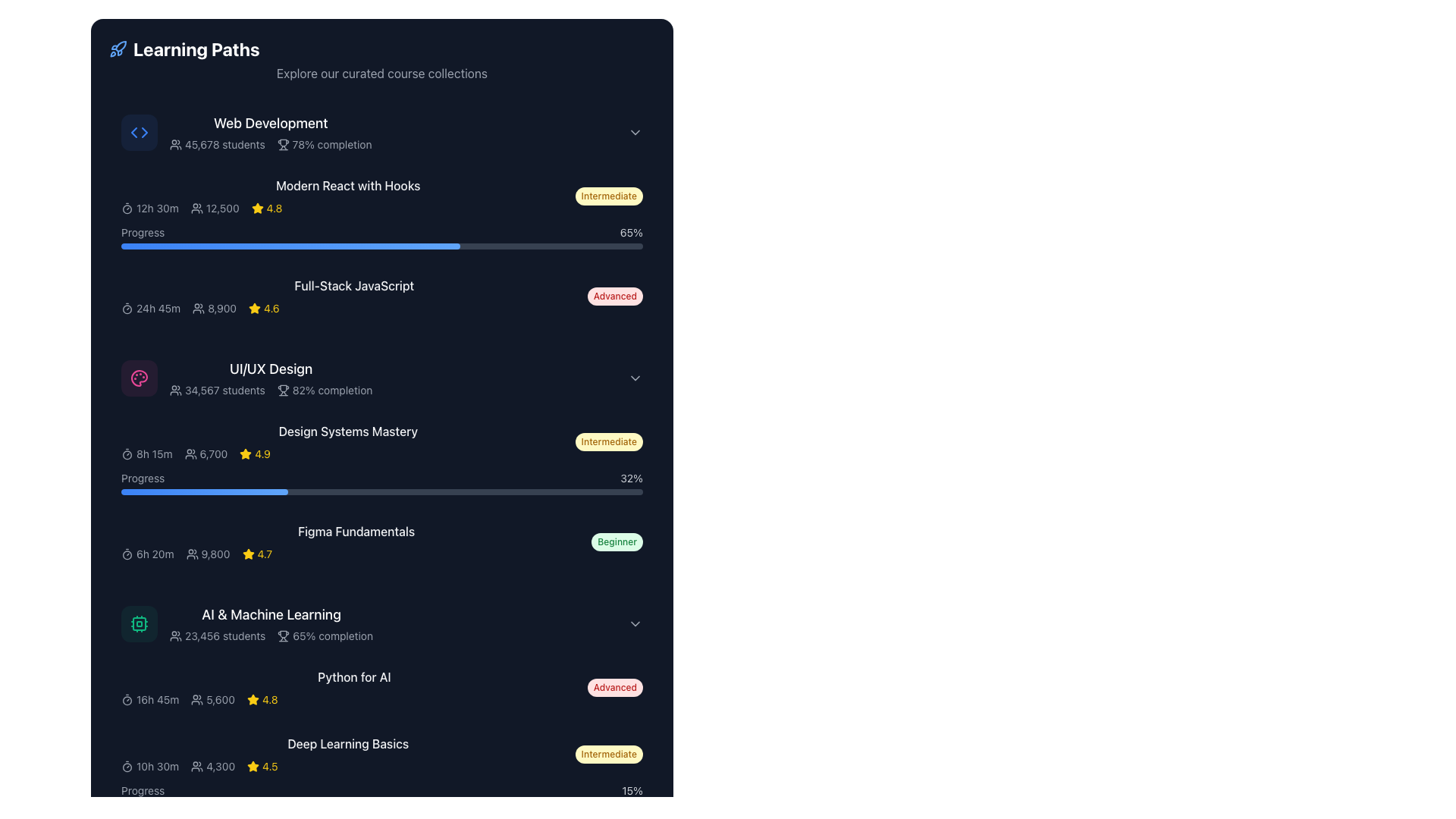 The width and height of the screenshot is (1456, 819). Describe the element at coordinates (246, 245) in the screenshot. I see `the progress bar` at that location.